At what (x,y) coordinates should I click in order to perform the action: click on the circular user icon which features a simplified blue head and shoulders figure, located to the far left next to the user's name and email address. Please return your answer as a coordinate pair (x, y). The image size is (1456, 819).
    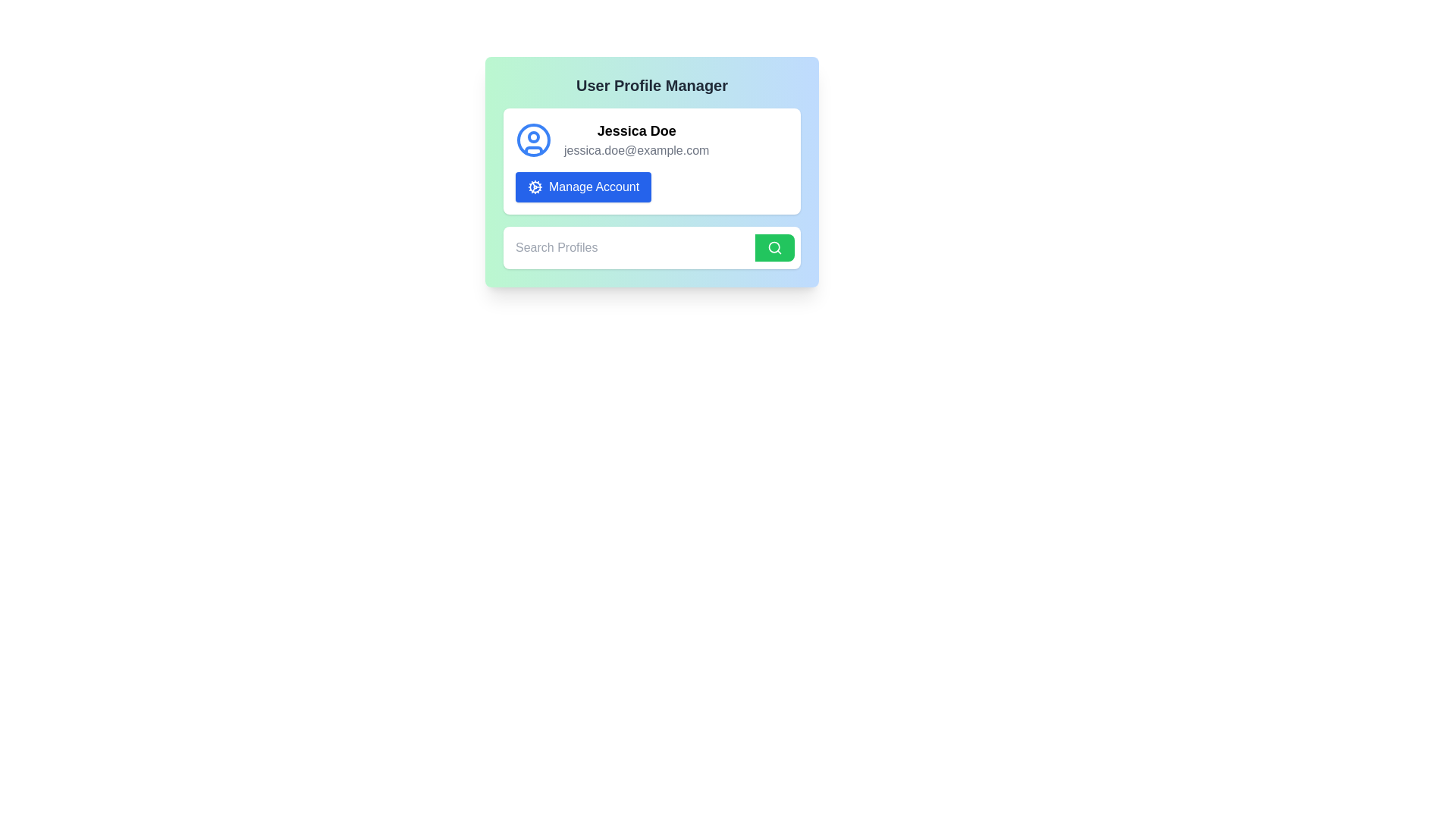
    Looking at the image, I should click on (534, 140).